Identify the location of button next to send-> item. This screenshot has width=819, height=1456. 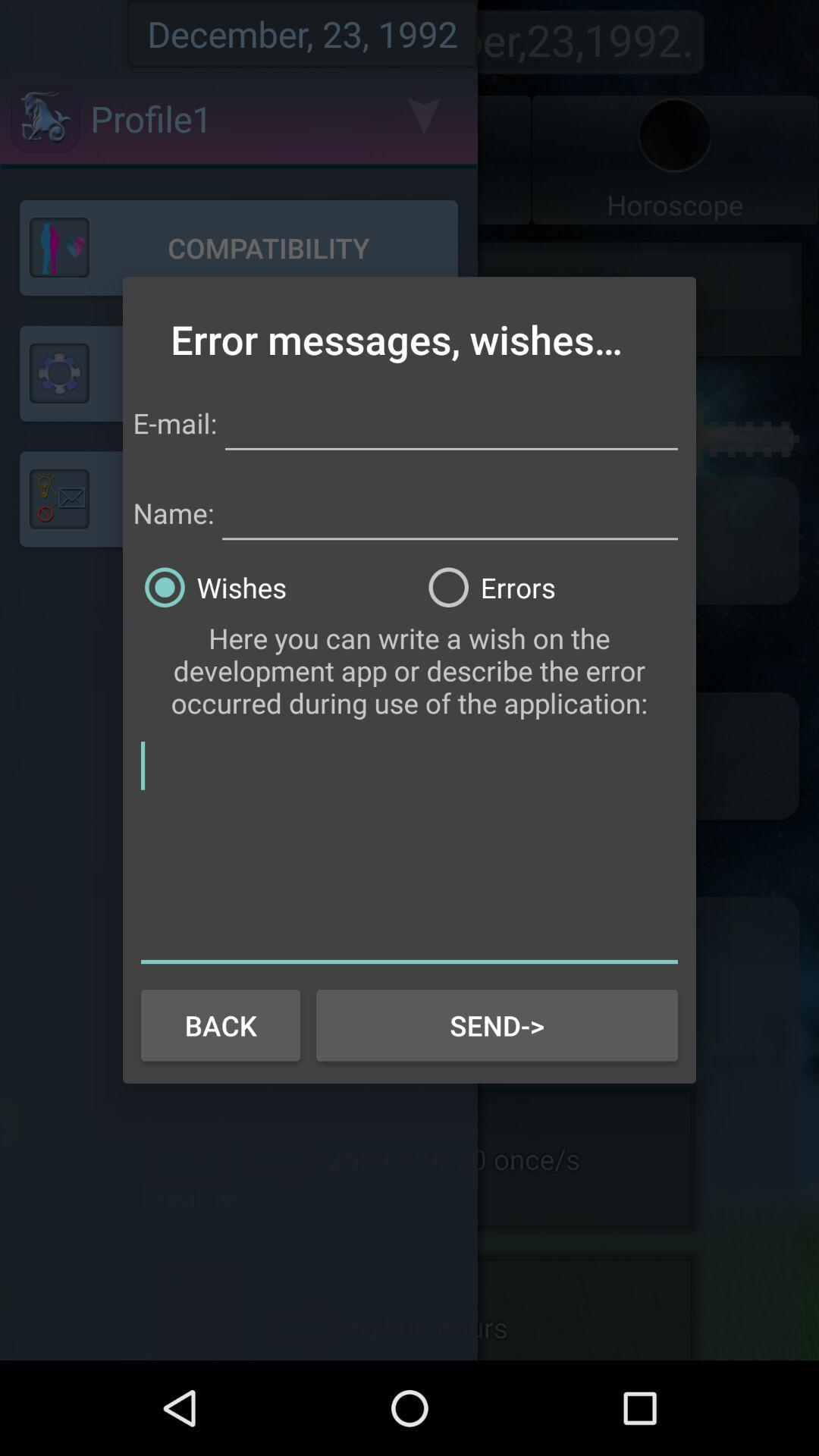
(220, 1025).